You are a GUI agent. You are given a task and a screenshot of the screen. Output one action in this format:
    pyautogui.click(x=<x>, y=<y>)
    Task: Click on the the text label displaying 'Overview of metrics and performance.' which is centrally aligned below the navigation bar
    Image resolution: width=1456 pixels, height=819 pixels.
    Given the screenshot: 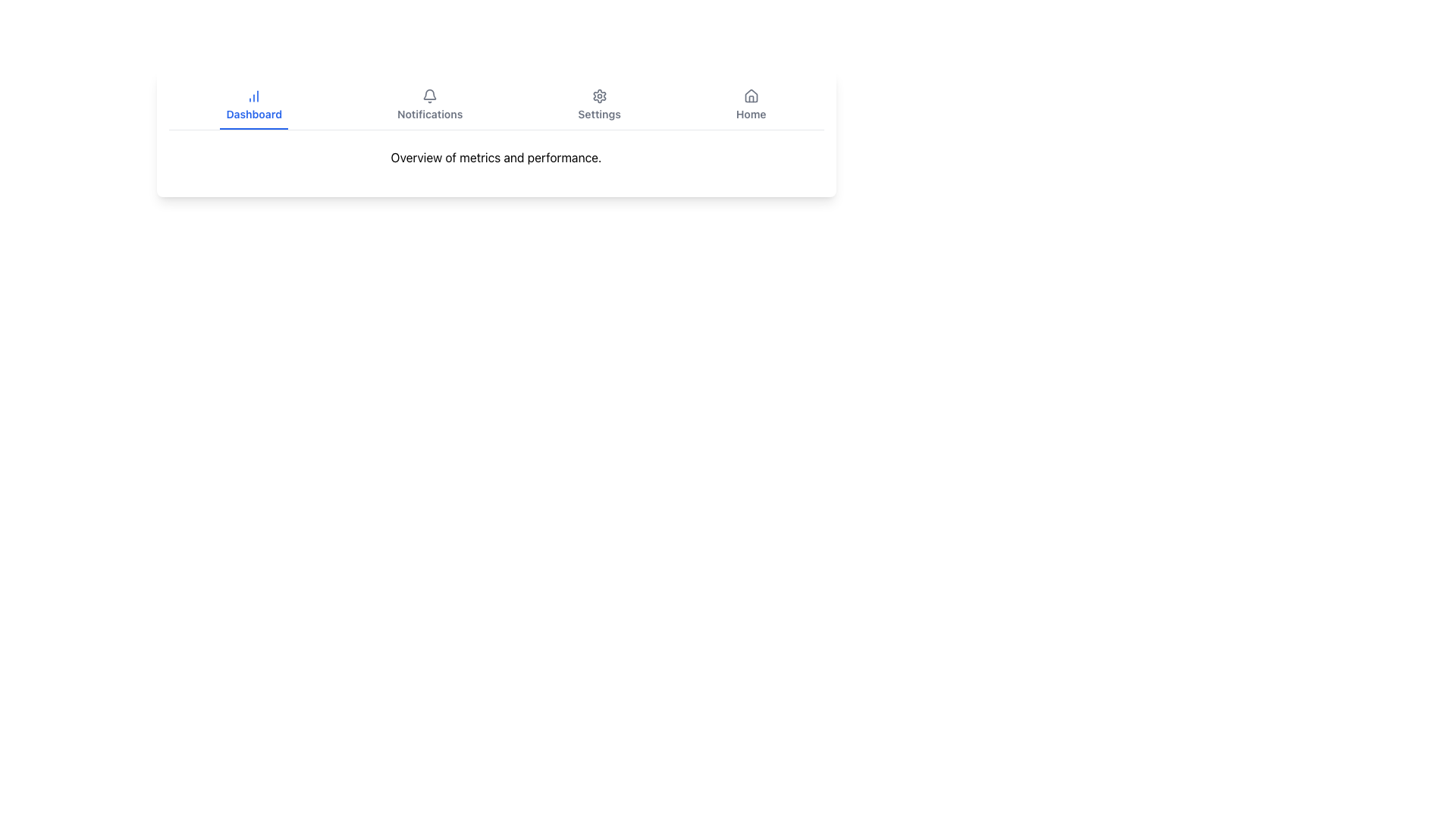 What is the action you would take?
    pyautogui.click(x=496, y=158)
    